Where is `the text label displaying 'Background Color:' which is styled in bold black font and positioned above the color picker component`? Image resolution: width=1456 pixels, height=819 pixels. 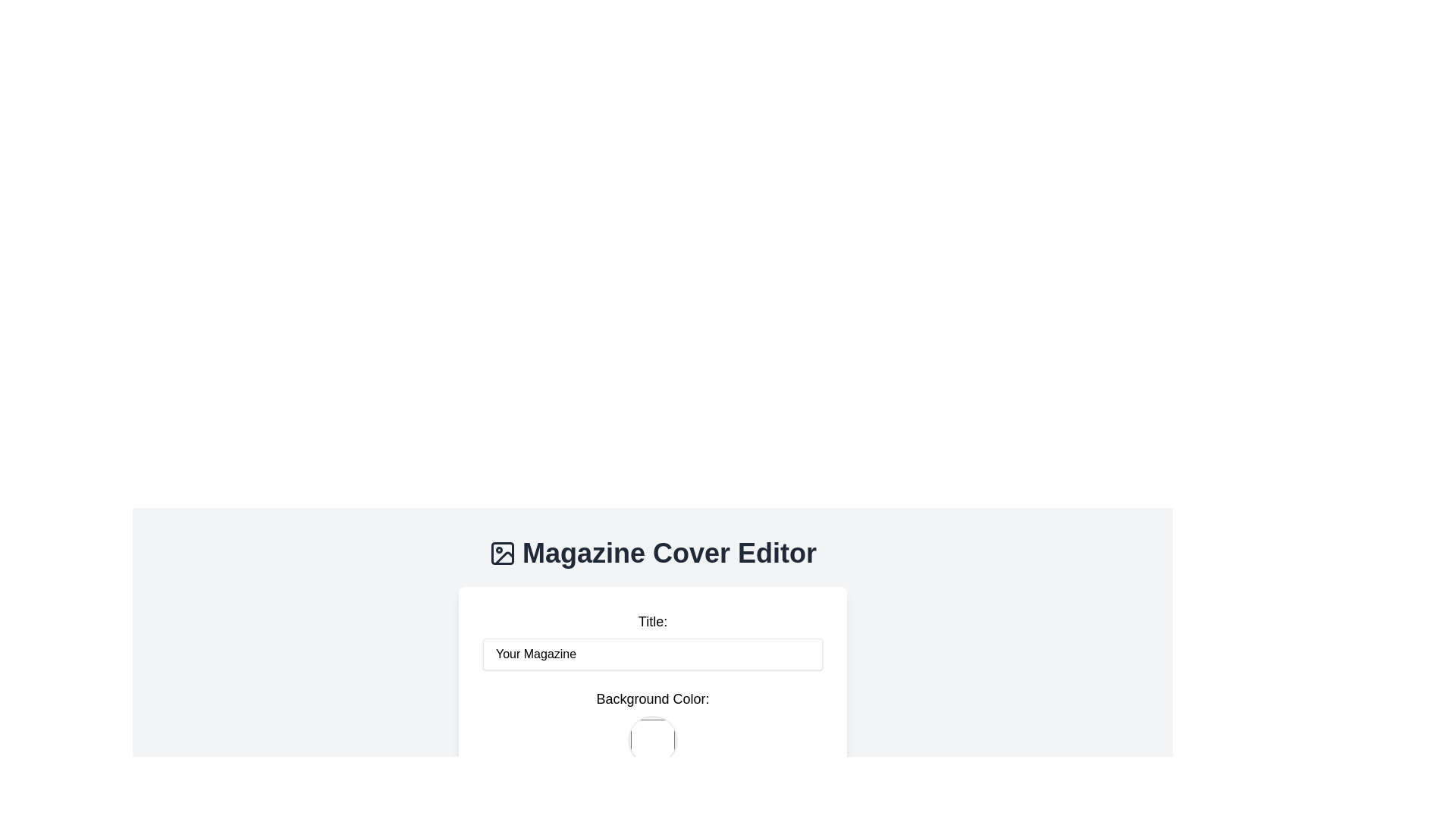
the text label displaying 'Background Color:' which is styled in bold black font and positioned above the color picker component is located at coordinates (652, 698).